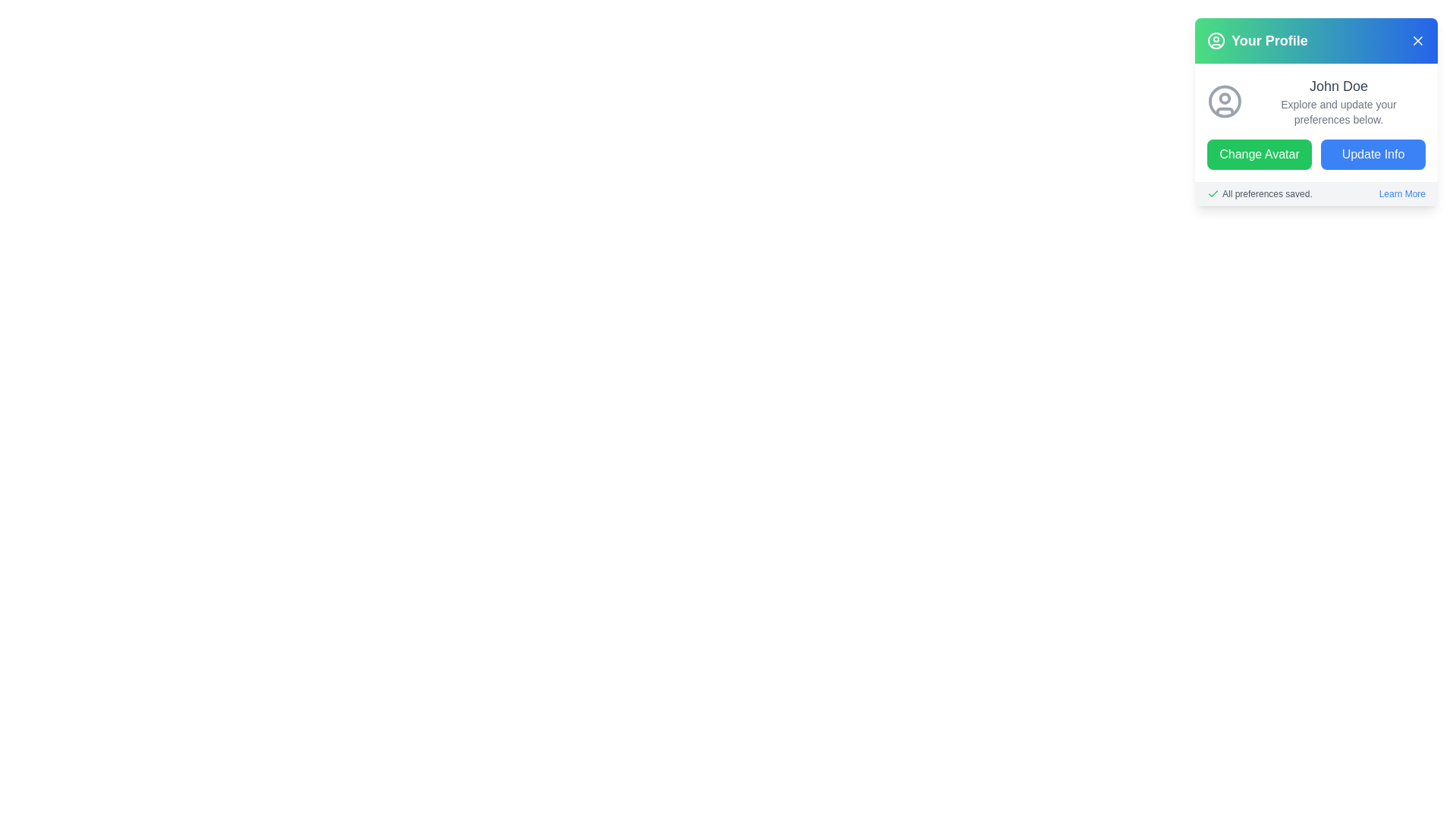 The width and height of the screenshot is (1456, 819). What do you see at coordinates (1212, 193) in the screenshot?
I see `the success indicator icon located at the start of the notification bar, aligned to the left of the text 'All preferences saved.'` at bounding box center [1212, 193].